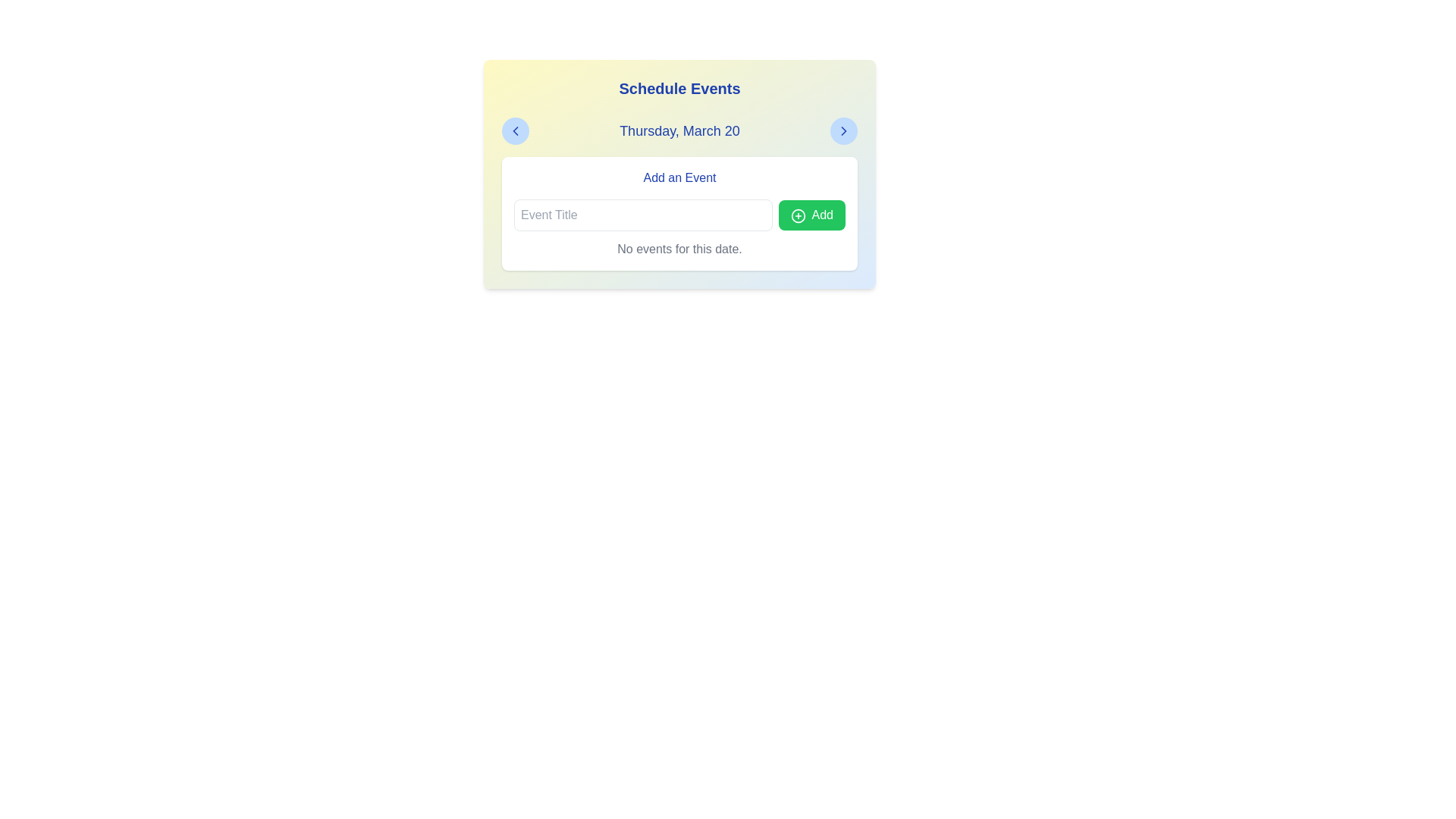 Image resolution: width=1456 pixels, height=819 pixels. Describe the element at coordinates (811, 215) in the screenshot. I see `the 'Add' button, which is a vibrant green rounded rectangular button with white text and a plus sign icon, located adjacent to the 'Event Title' text input field` at that location.